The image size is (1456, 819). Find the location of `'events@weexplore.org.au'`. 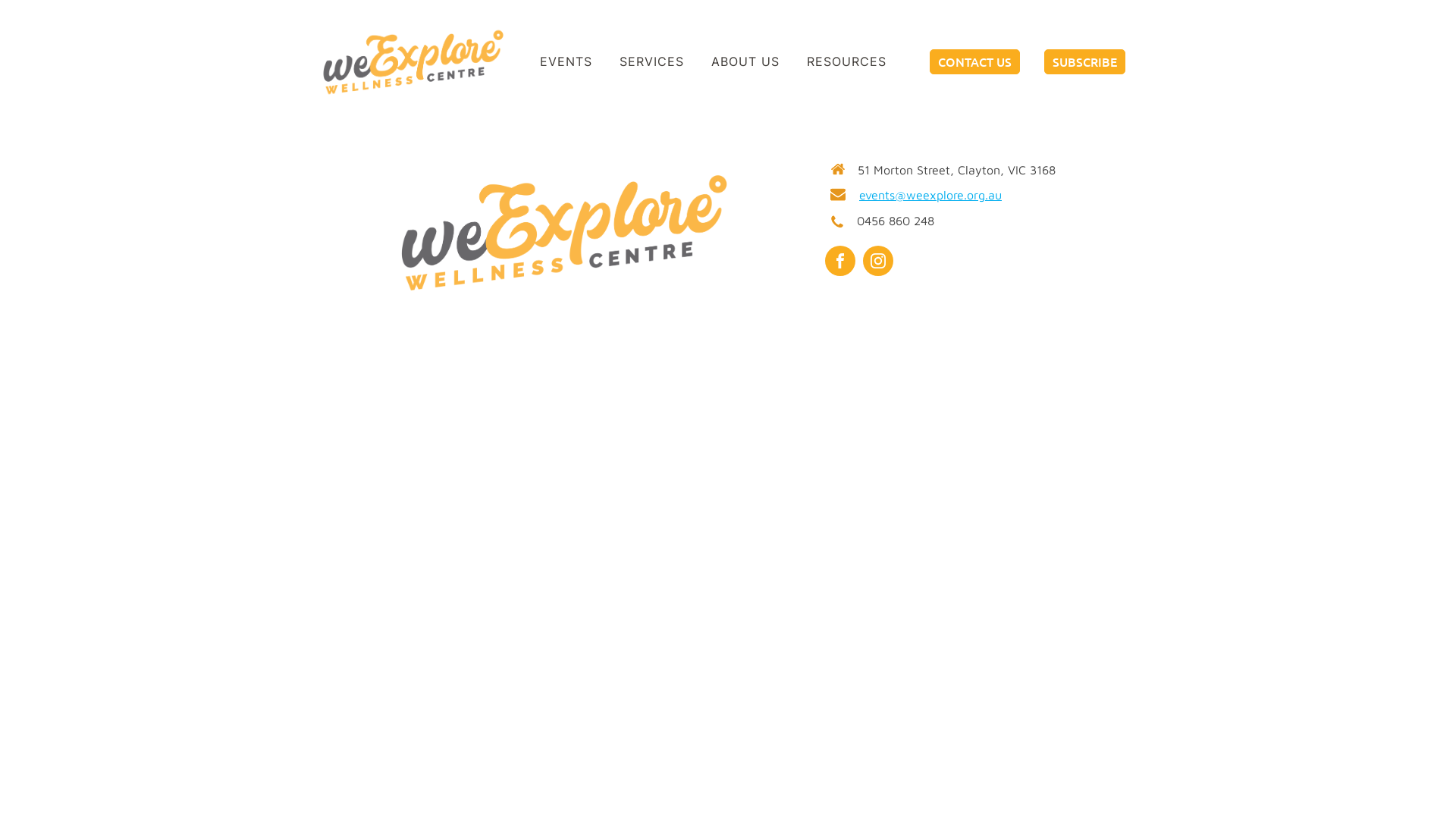

'events@weexplore.org.au' is located at coordinates (930, 195).